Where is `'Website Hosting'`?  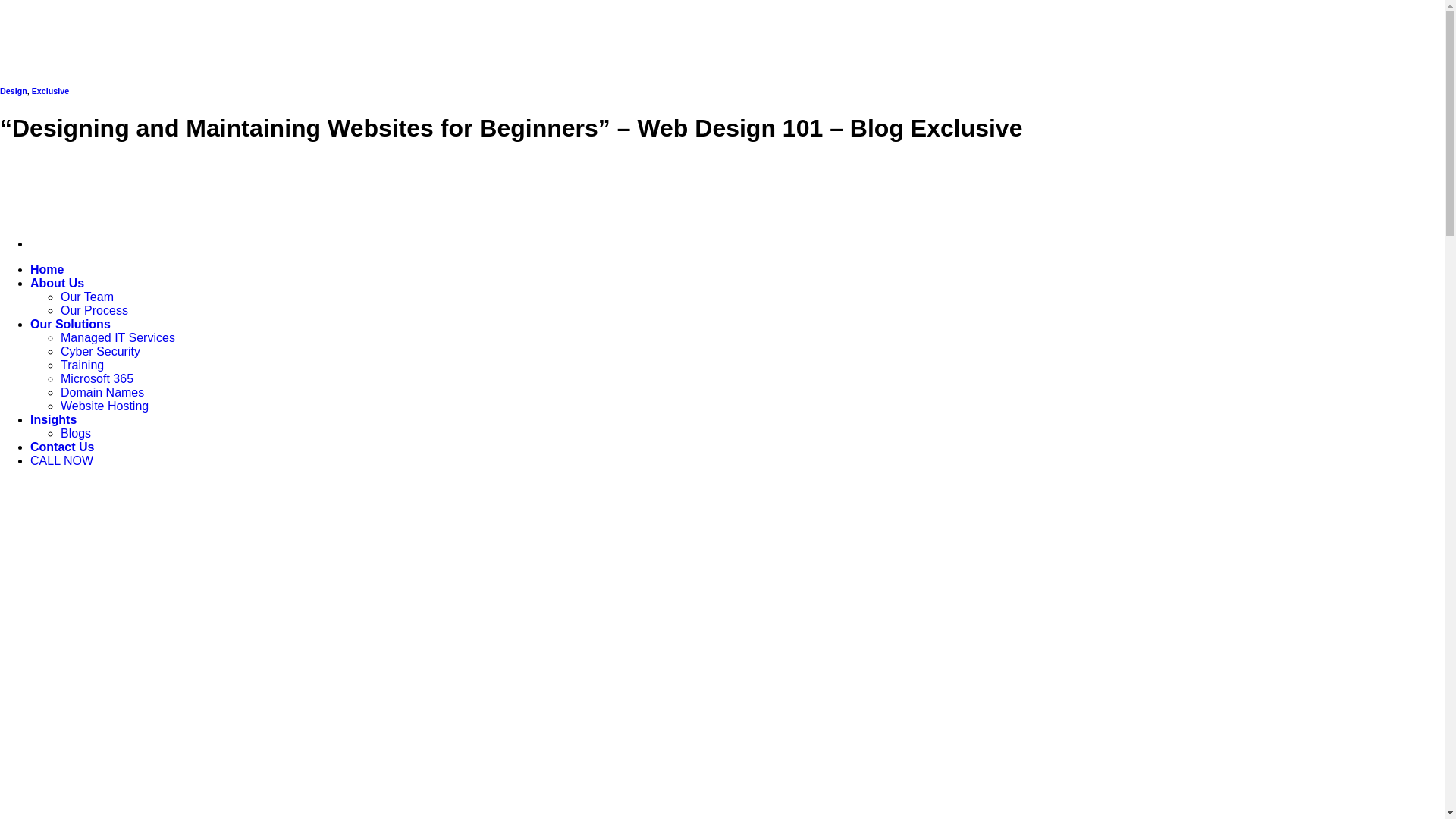
'Website Hosting' is located at coordinates (104, 405).